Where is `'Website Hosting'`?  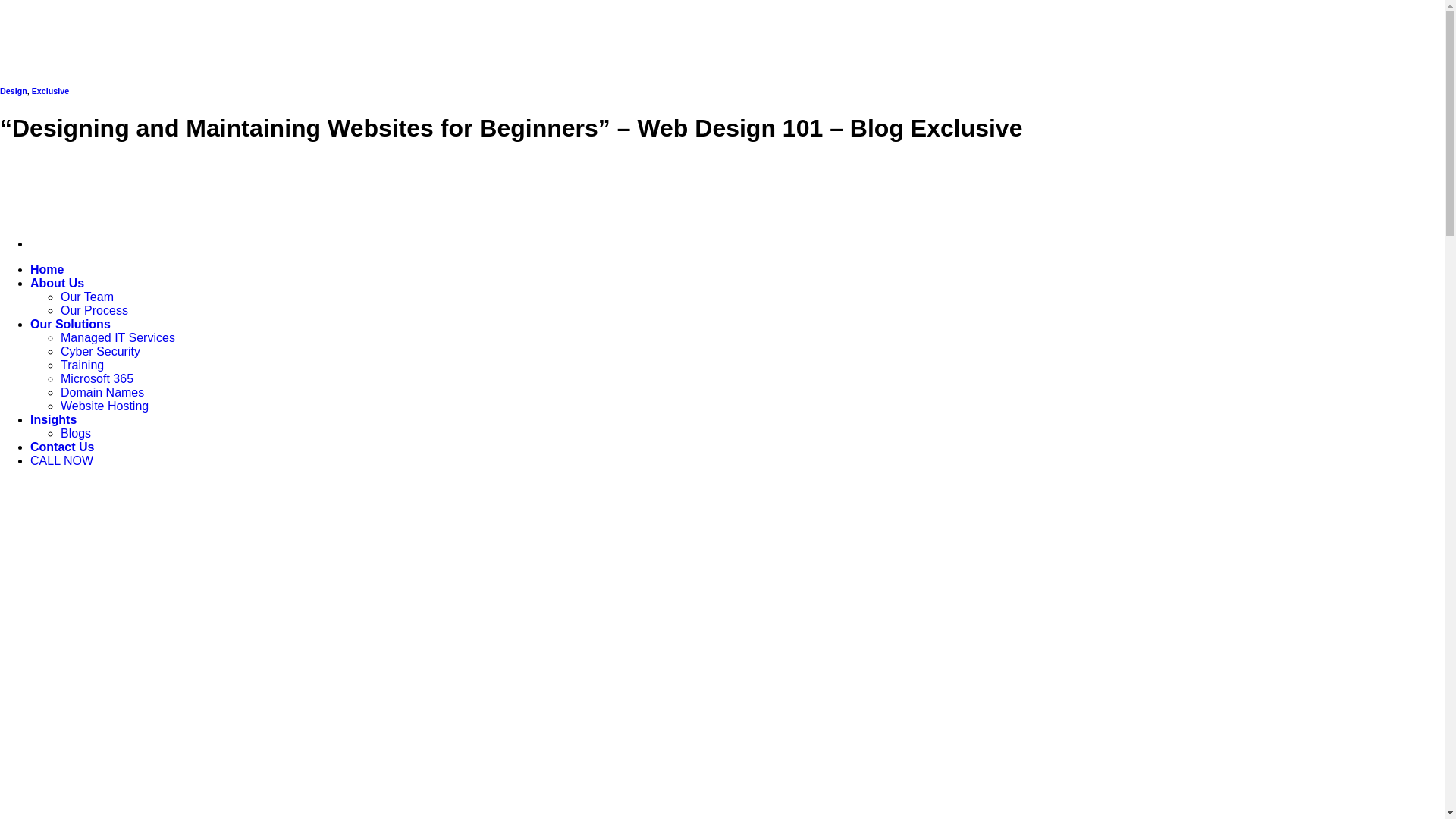
'Website Hosting' is located at coordinates (104, 405).